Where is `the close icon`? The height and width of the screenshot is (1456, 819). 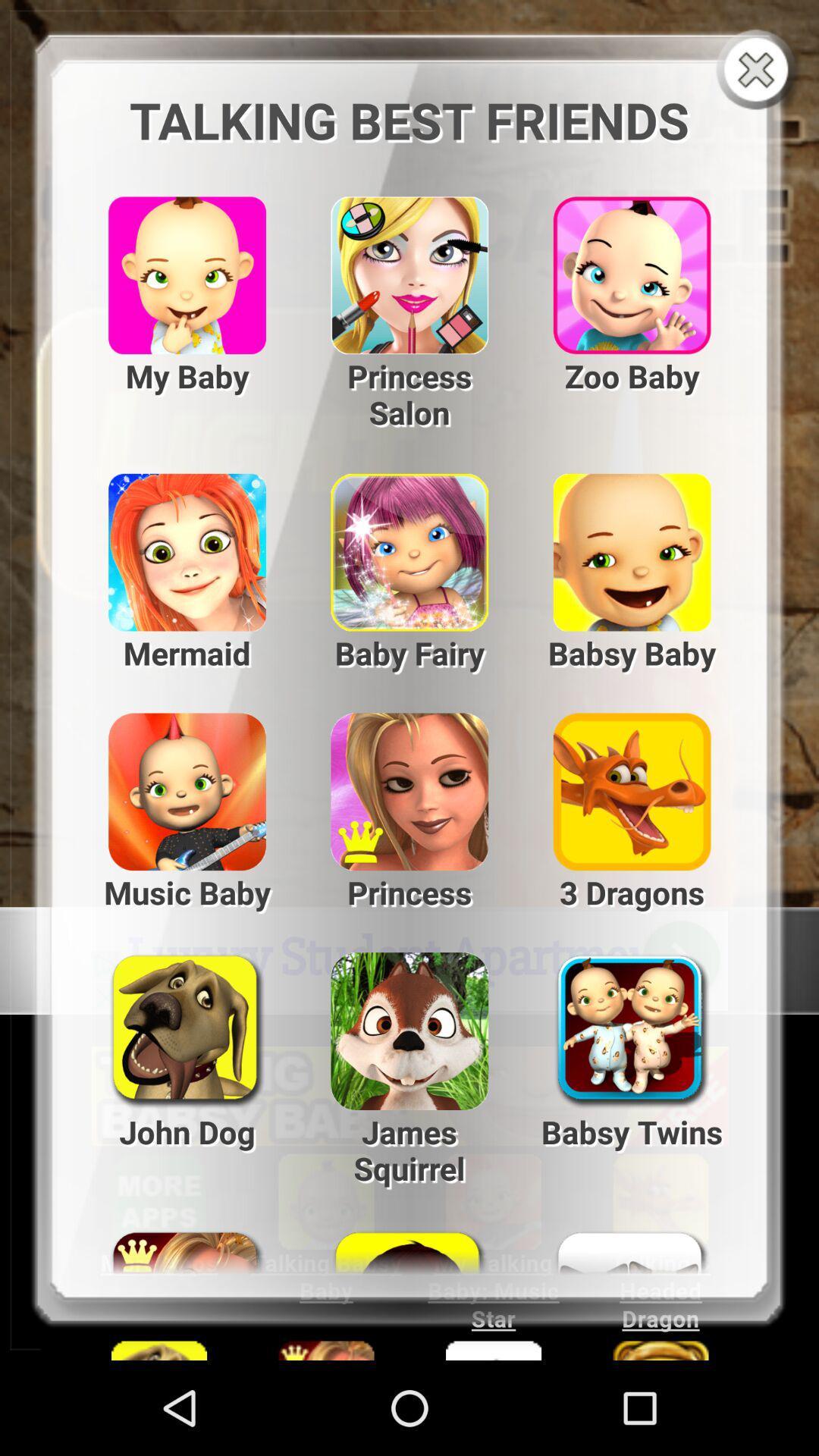 the close icon is located at coordinates (759, 76).